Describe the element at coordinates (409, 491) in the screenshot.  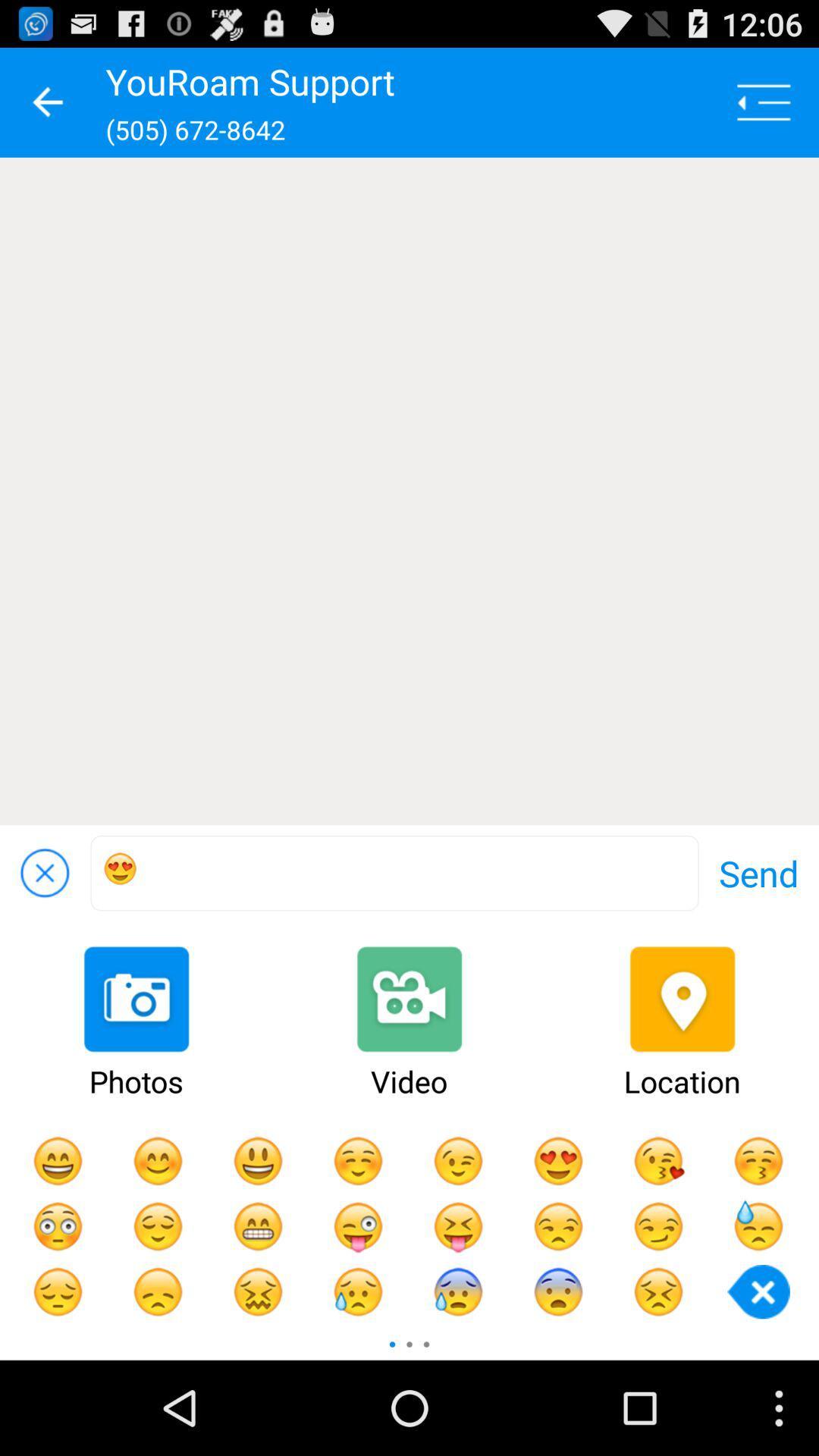
I see `icon below (505) 672-8642` at that location.